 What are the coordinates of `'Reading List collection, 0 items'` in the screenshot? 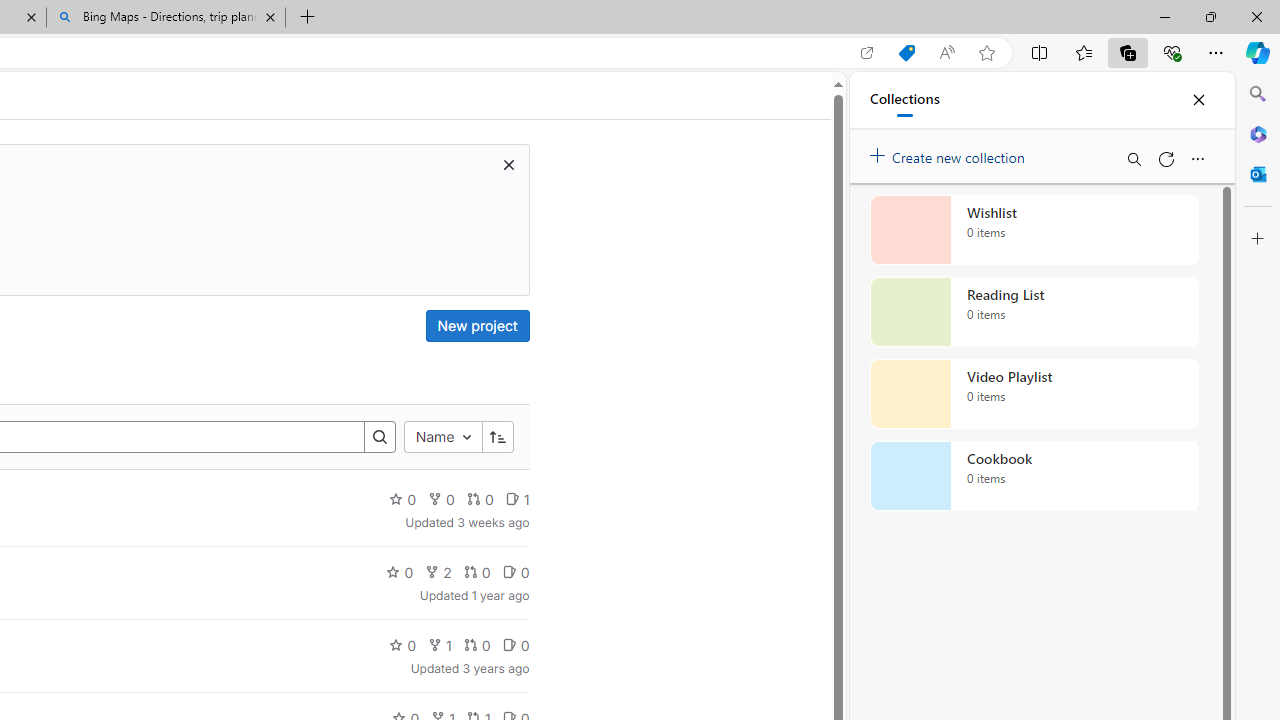 It's located at (1034, 312).